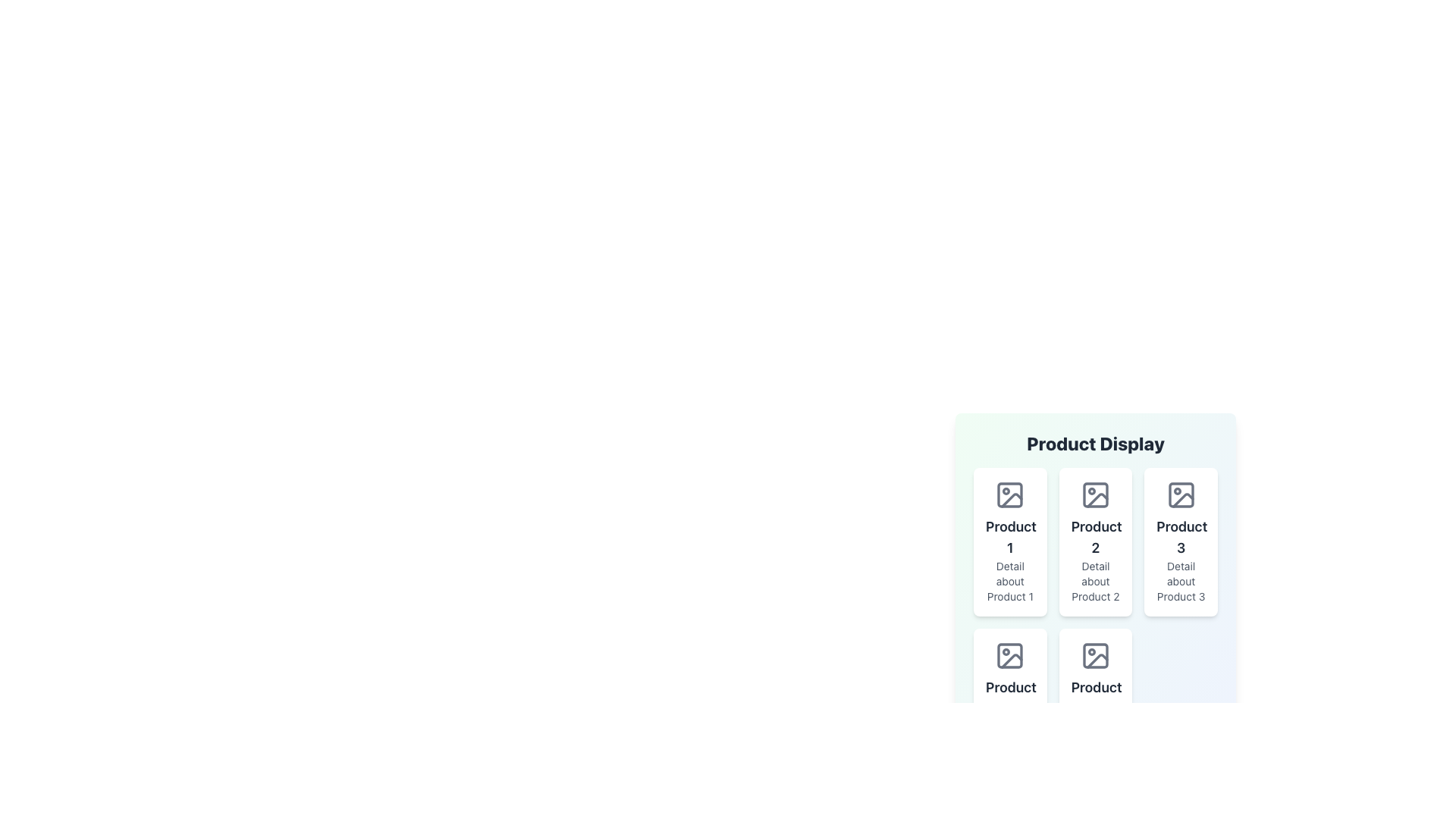 The image size is (1456, 819). I want to click on the Text label that displays detailed information related to 'Product 1', located below the product name and icon, so click(1010, 581).